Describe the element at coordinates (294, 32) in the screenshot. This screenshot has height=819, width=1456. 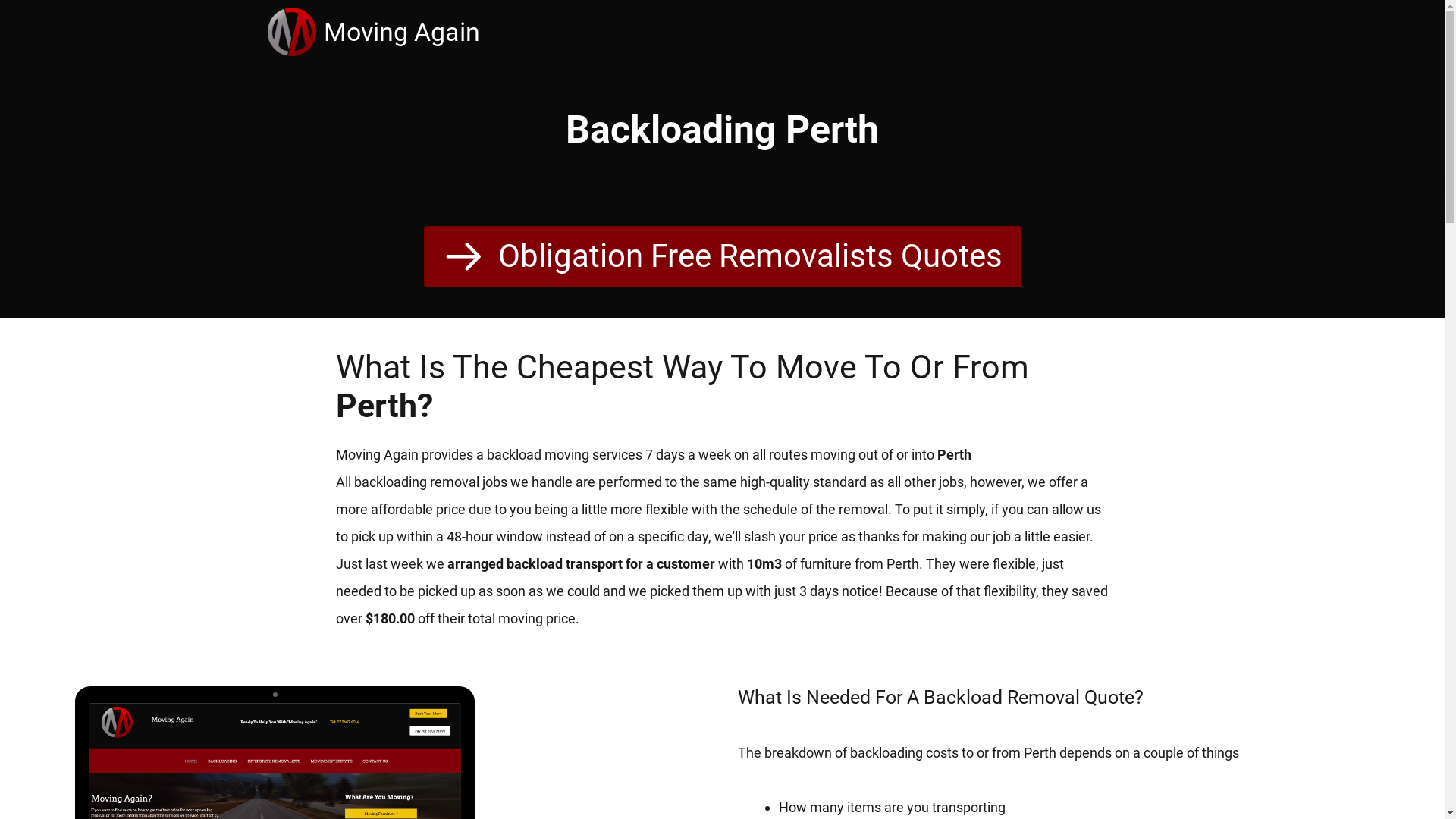
I see `'Moving Again'` at that location.